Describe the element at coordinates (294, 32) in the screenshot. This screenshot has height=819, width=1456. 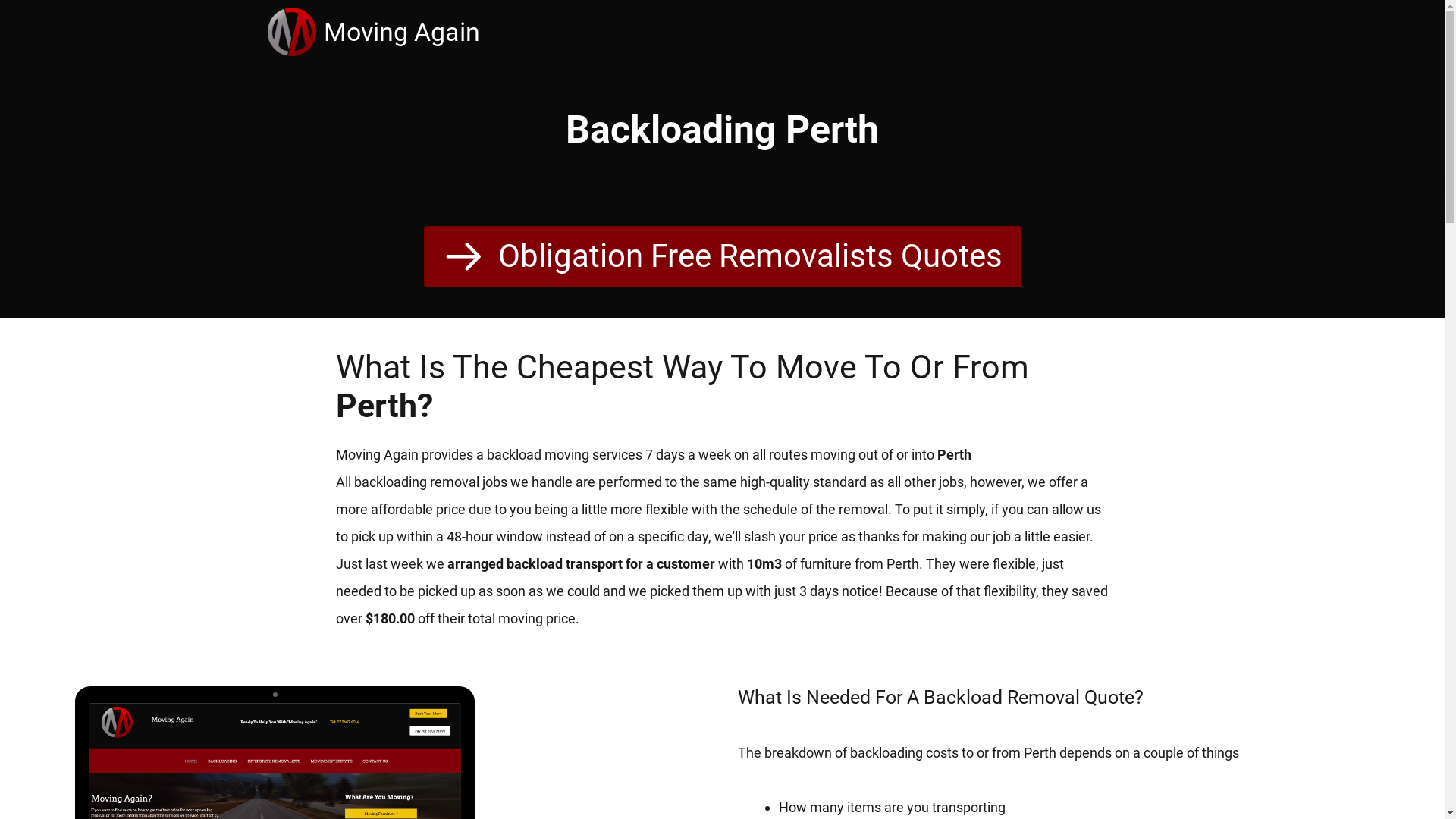
I see `'Moving Again'` at that location.